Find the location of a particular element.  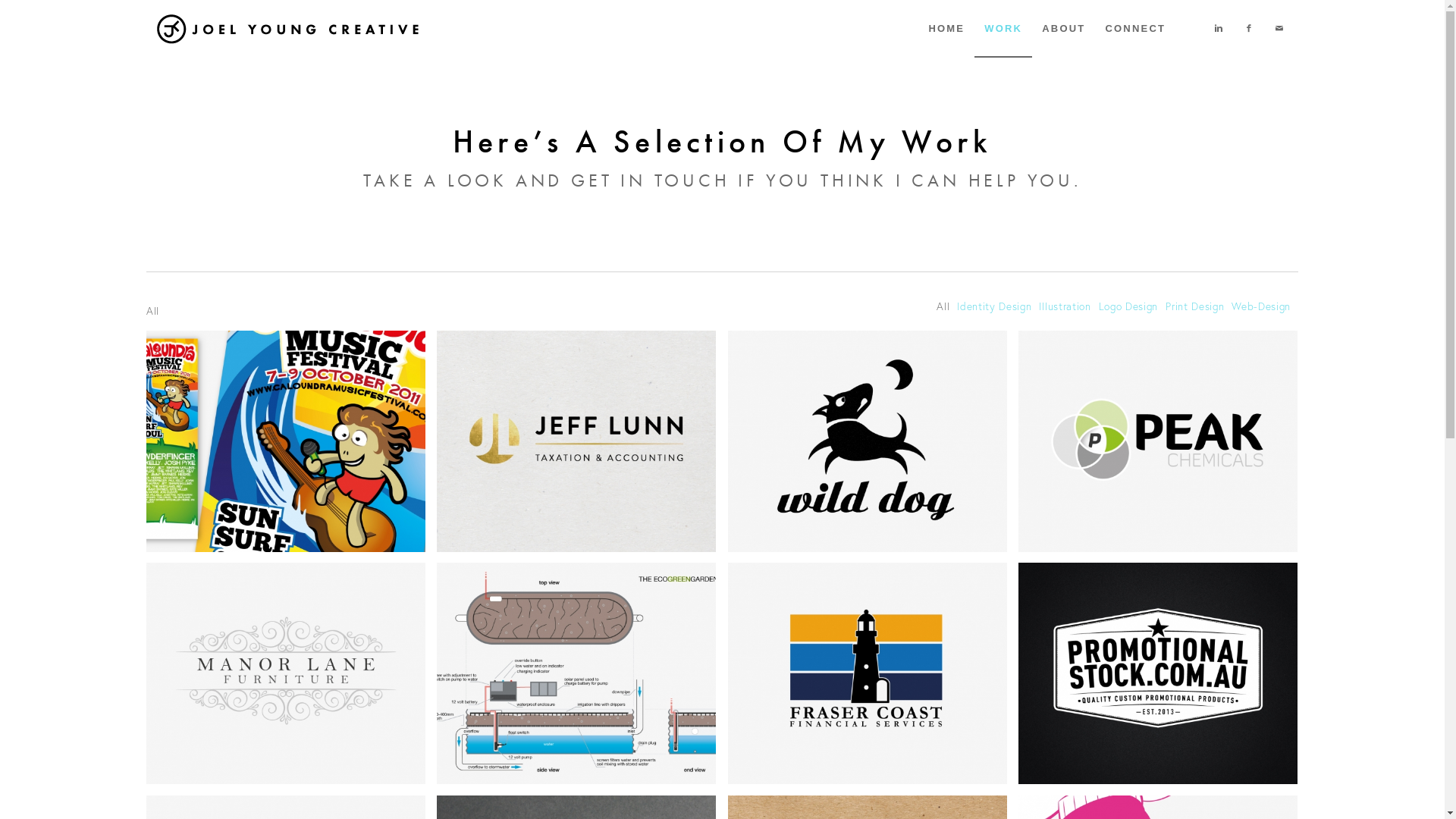

'CONNECT' is located at coordinates (1135, 29).